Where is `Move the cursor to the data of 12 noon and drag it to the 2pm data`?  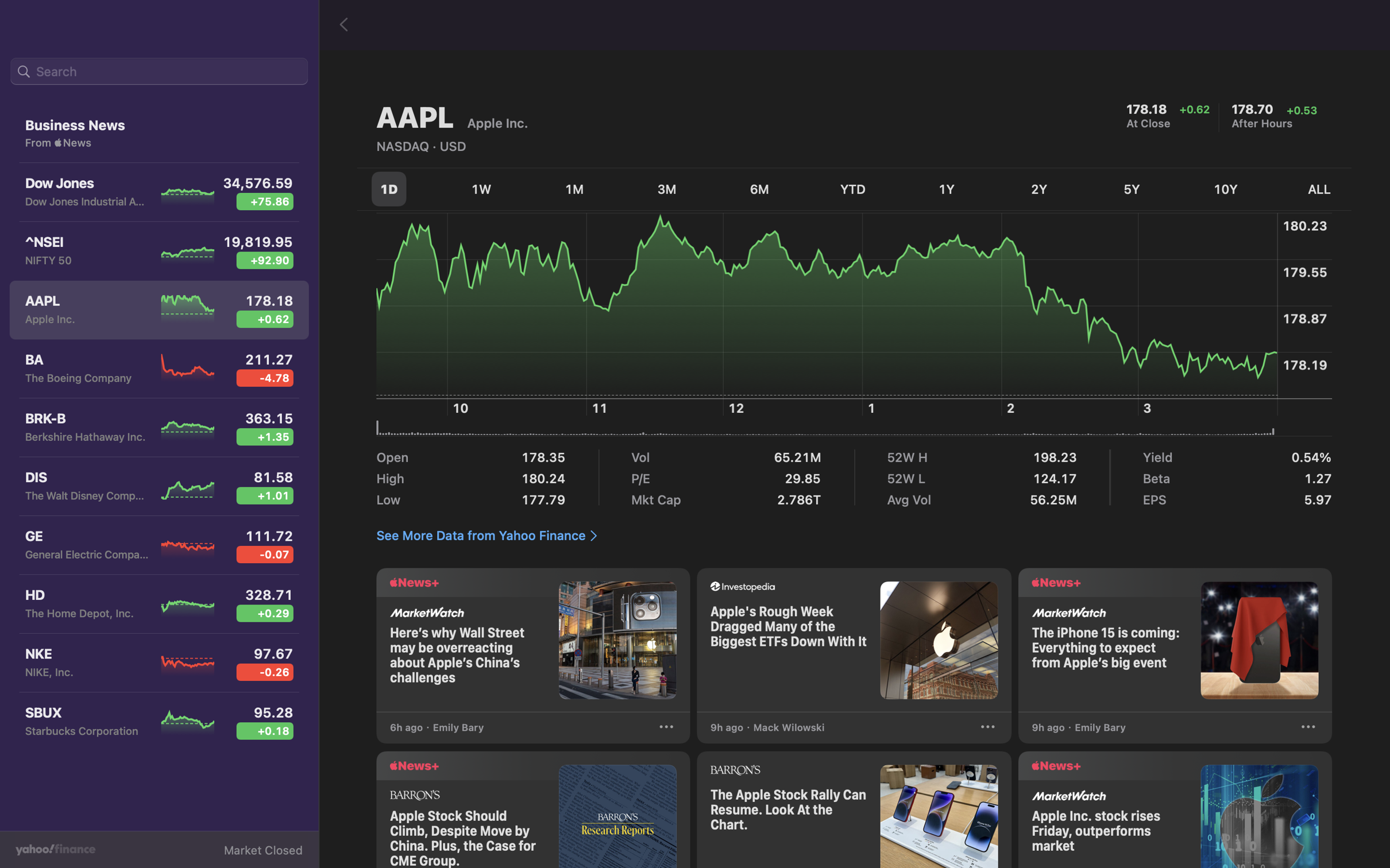 Move the cursor to the data of 12 noon and drag it to the 2pm data is located at coordinates (2130870, 597618).